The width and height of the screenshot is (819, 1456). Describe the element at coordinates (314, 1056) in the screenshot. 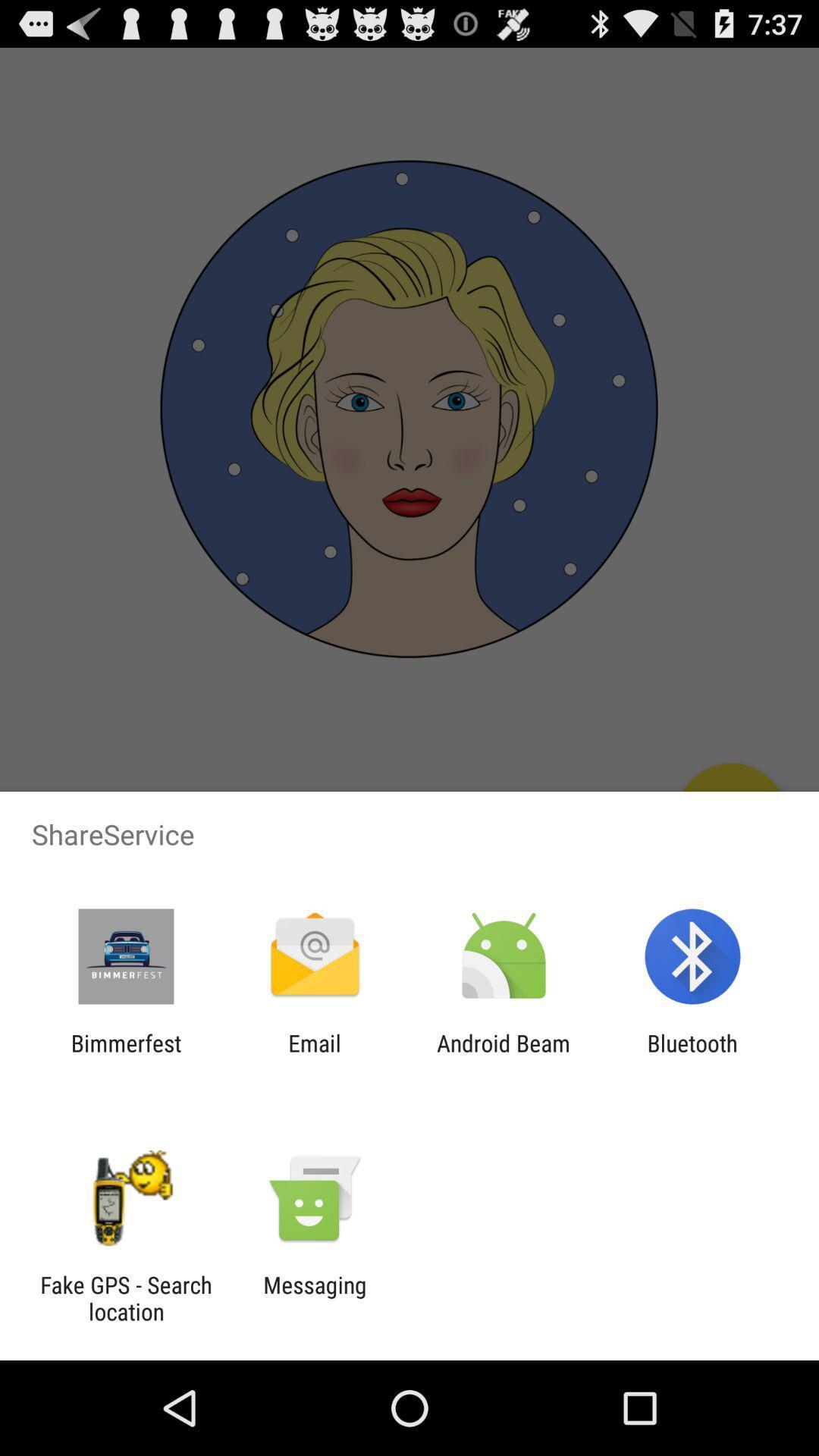

I see `the app to the right of the bimmerfest app` at that location.